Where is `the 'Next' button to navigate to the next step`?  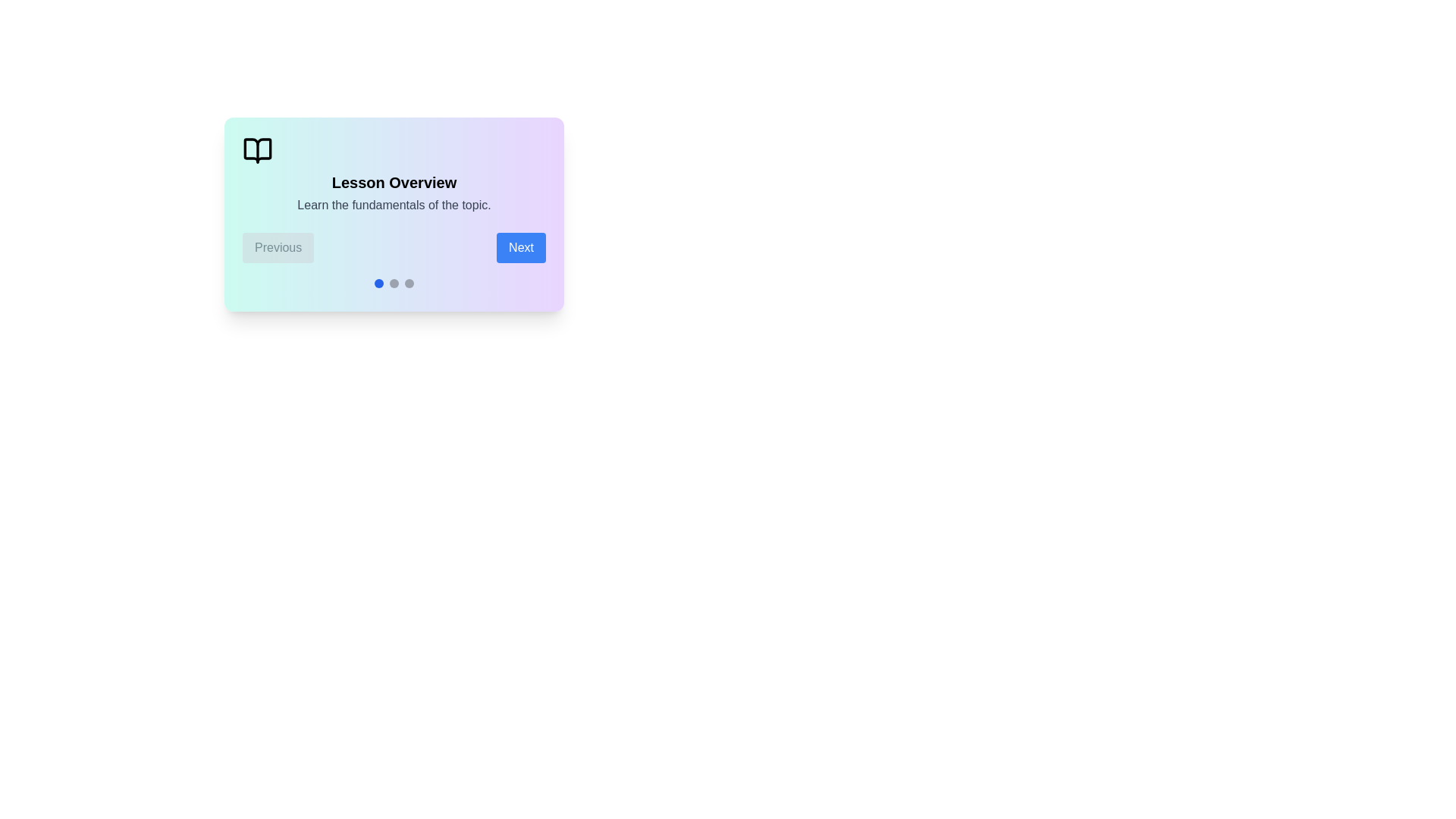
the 'Next' button to navigate to the next step is located at coordinates (521, 247).